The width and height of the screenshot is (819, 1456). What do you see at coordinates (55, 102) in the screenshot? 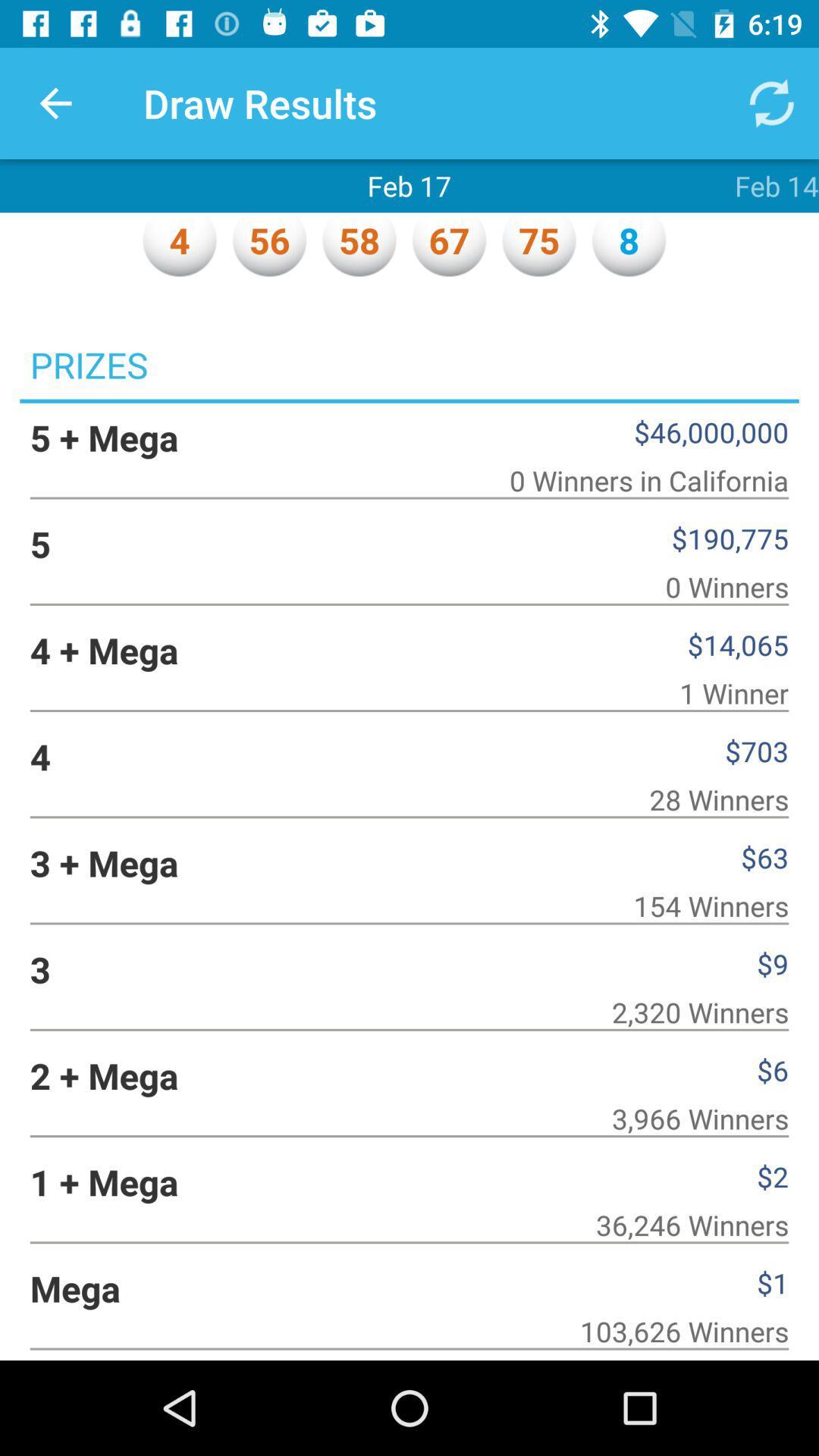
I see `the icon next to the draw results icon` at bounding box center [55, 102].